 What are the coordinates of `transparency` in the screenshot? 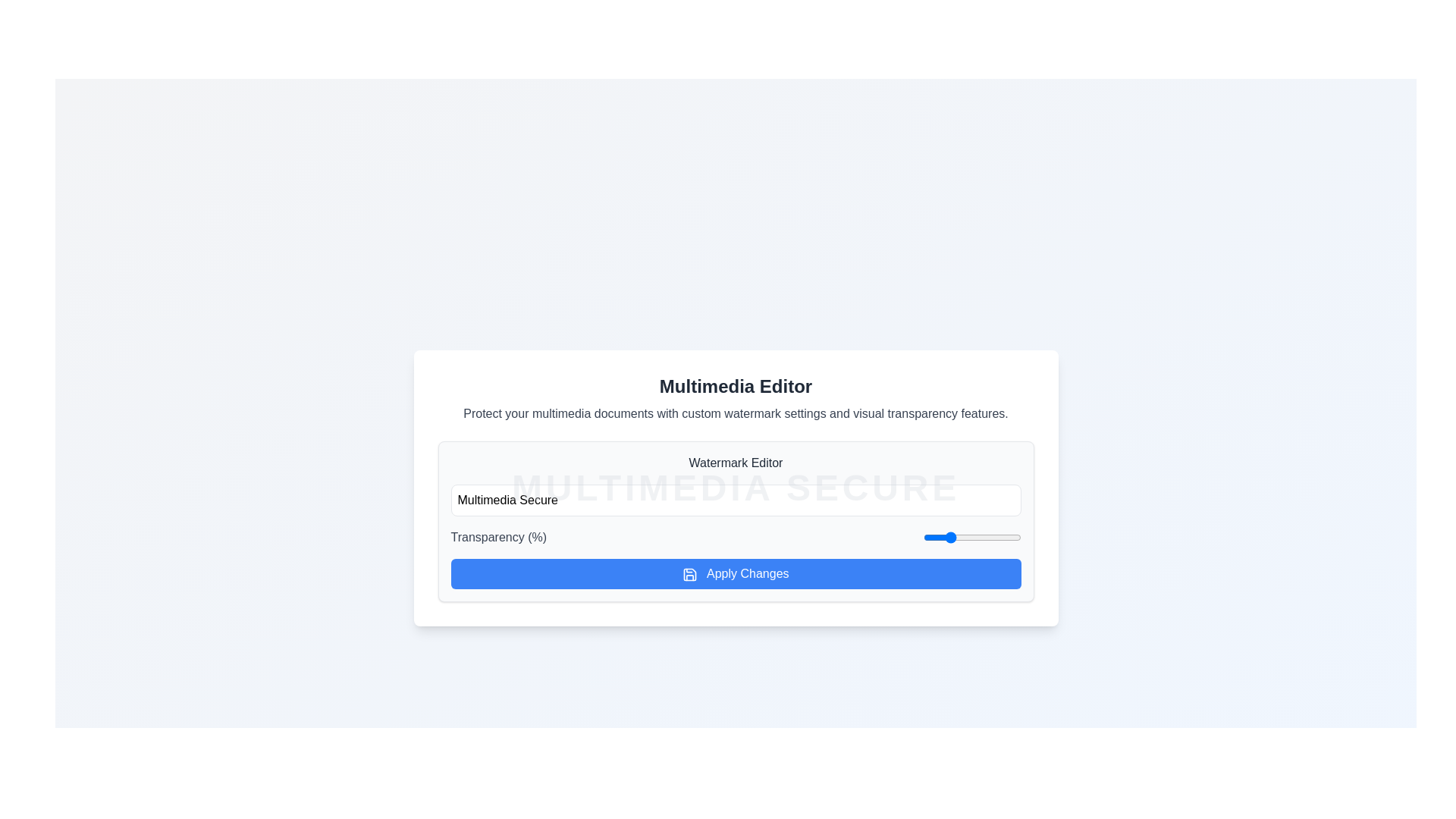 It's located at (940, 537).